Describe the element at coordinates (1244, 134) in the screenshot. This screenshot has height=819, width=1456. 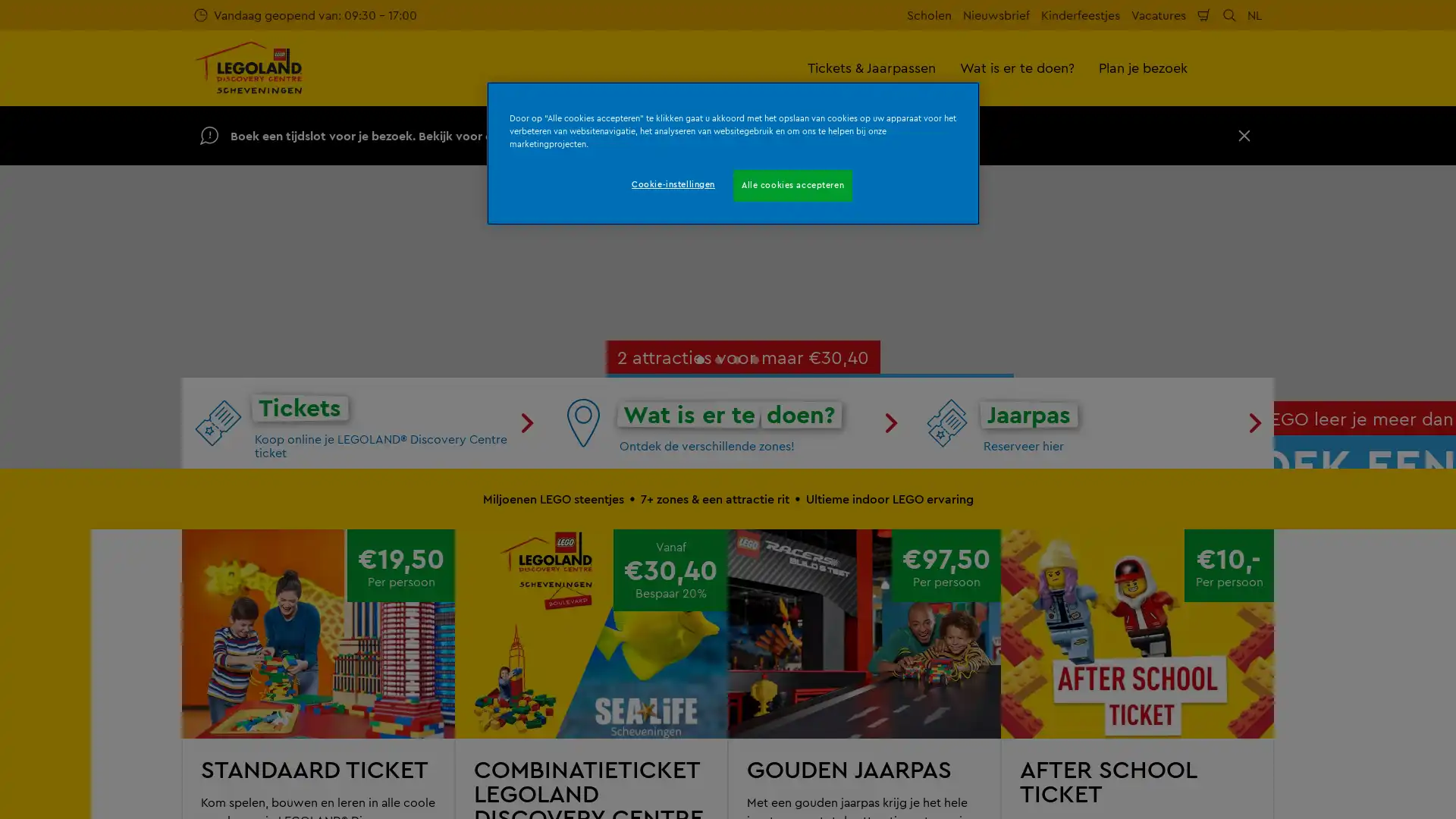
I see `Dicht` at that location.